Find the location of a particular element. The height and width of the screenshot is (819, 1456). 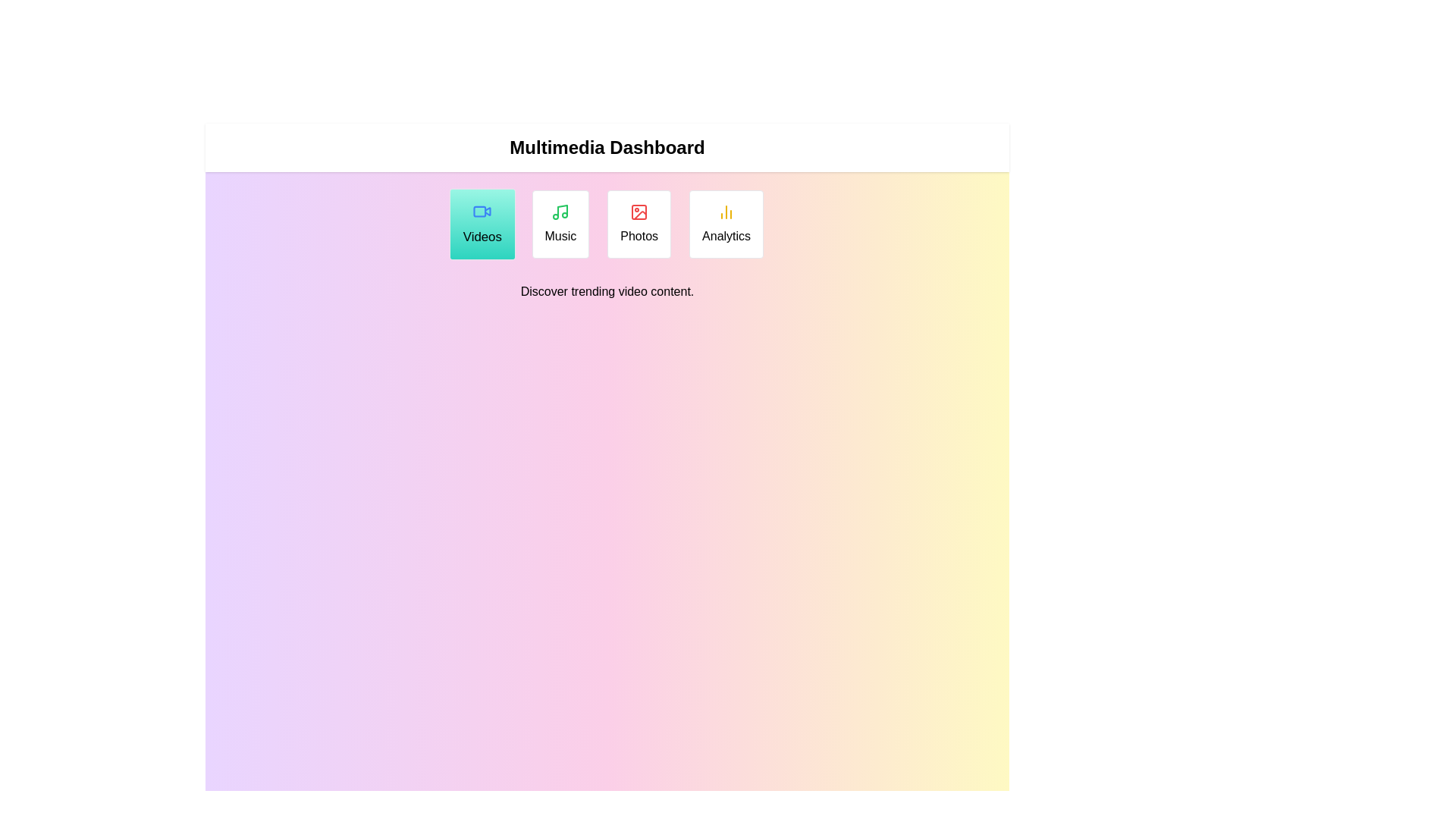

the Photos tab to read its description is located at coordinates (639, 224).